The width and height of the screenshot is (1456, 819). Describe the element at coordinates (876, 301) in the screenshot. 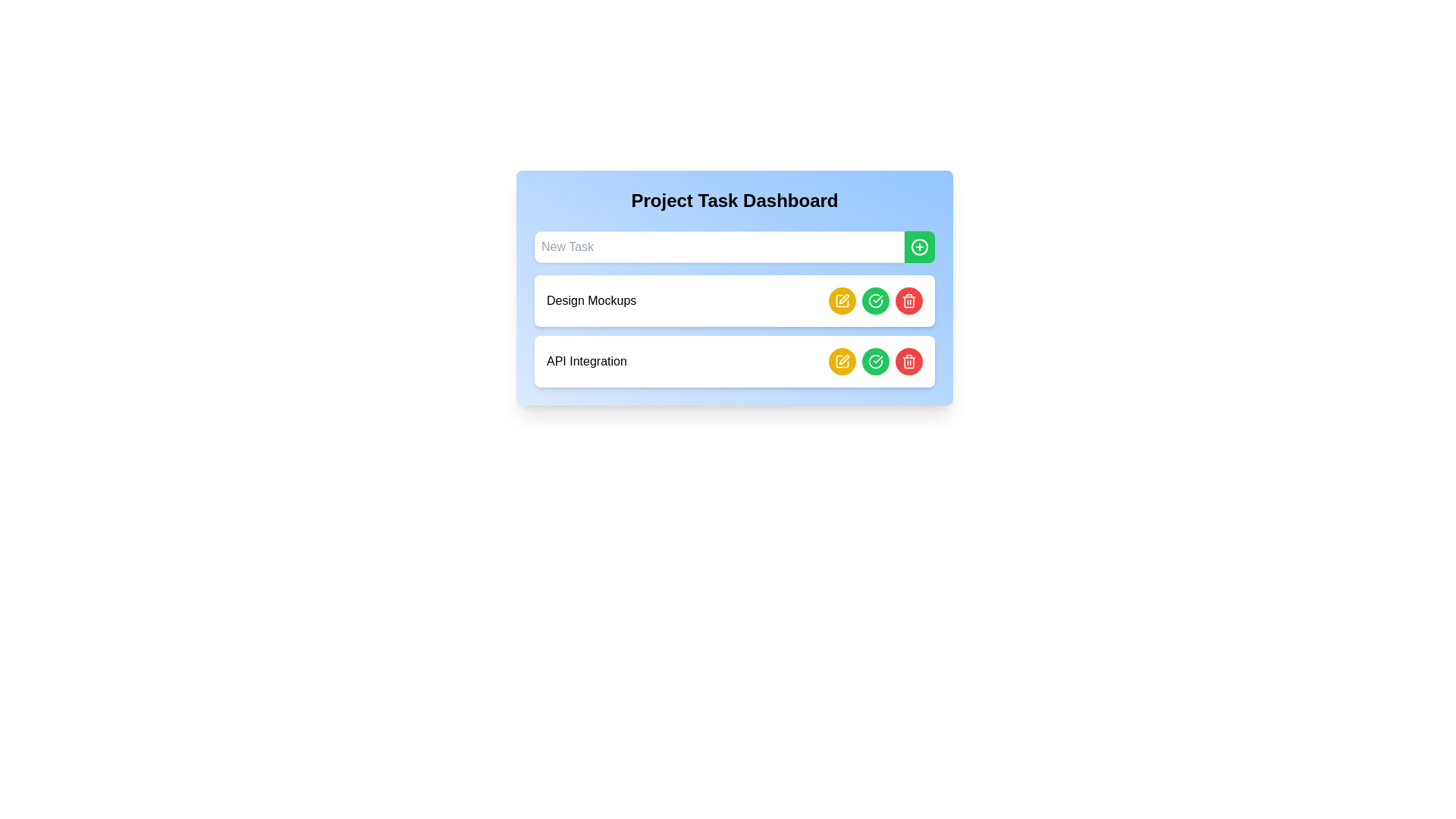

I see `the 'confirm' icon button, which is the second button in the task row for 'API Integration', to mark the task as completed` at that location.